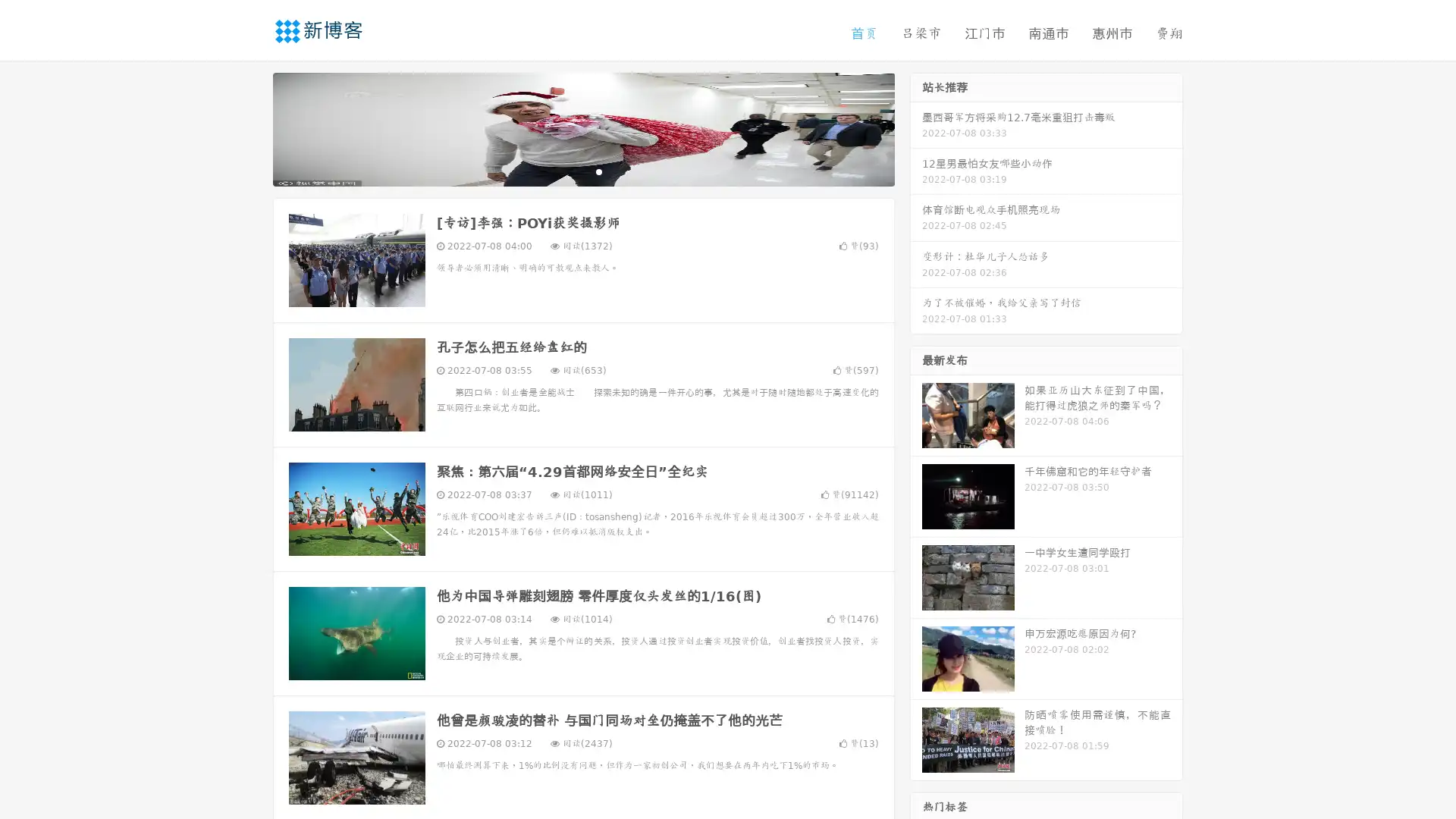  I want to click on Next slide, so click(916, 127).